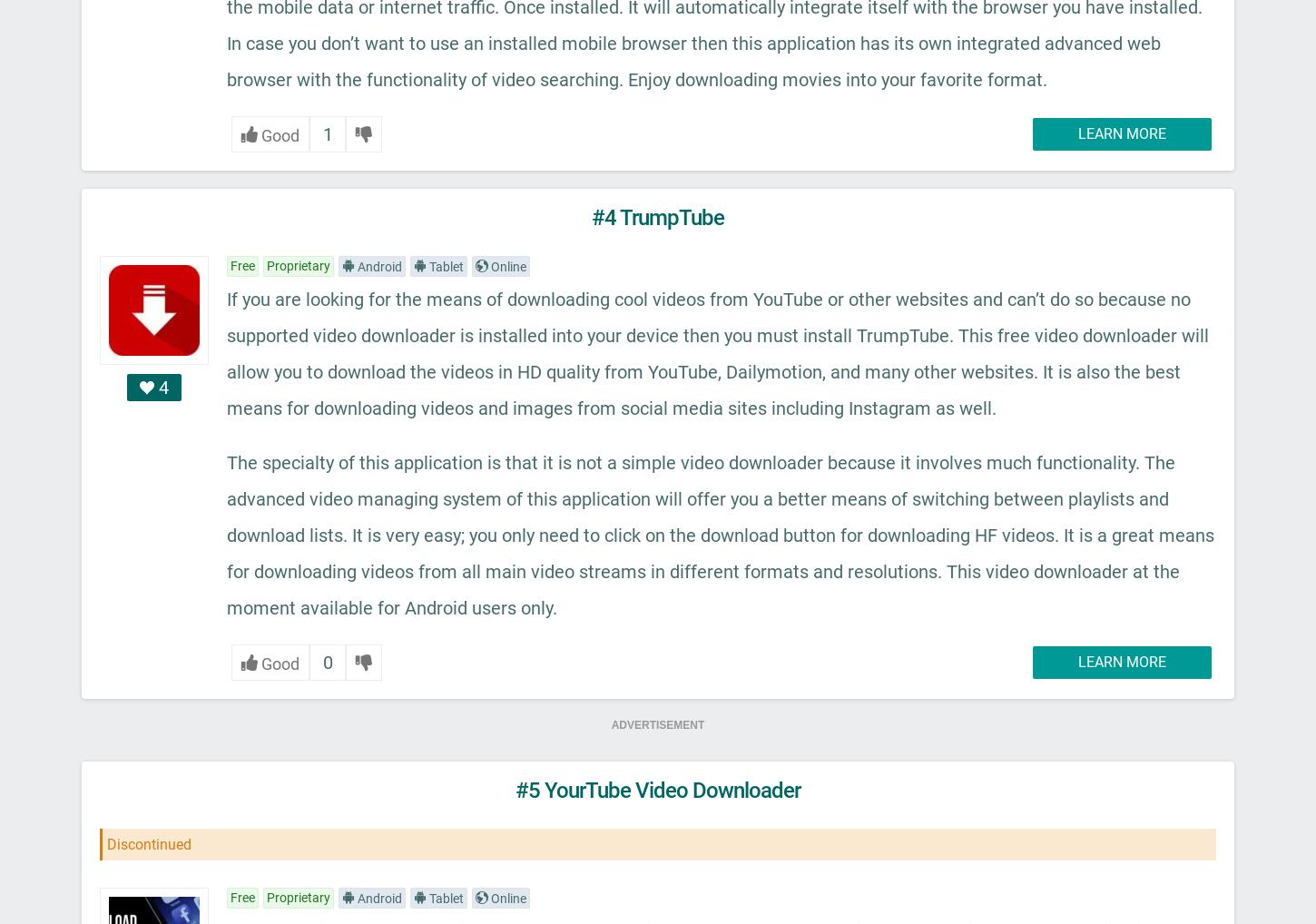  What do you see at coordinates (658, 216) in the screenshot?
I see `'#4 TrumpTube'` at bounding box center [658, 216].